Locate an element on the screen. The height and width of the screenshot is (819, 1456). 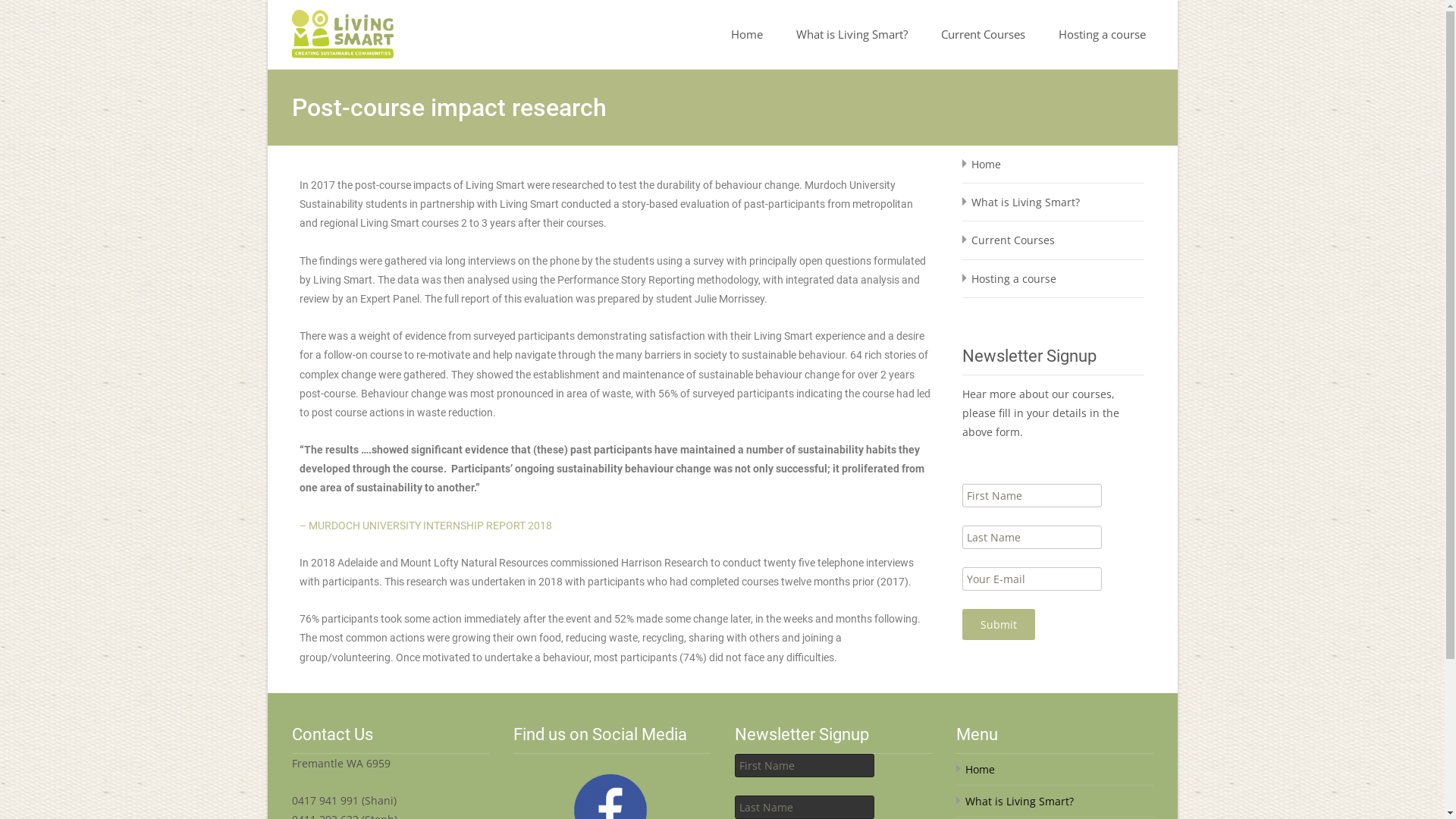
'Current Courses' is located at coordinates (982, 34).